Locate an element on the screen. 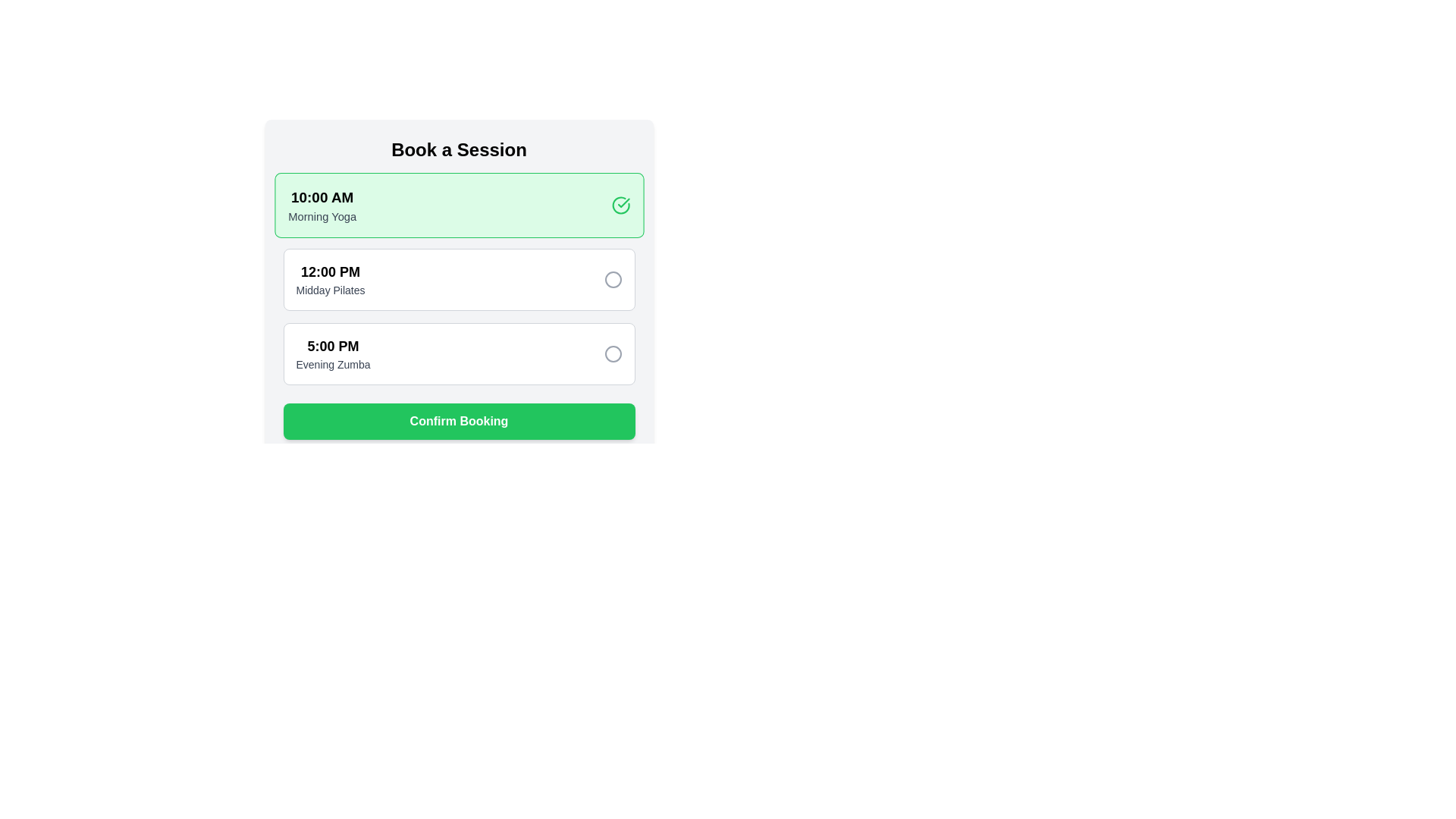 The height and width of the screenshot is (819, 1456). the 'Midday Pilates' session option at '12:00 PM' in the selectable list is located at coordinates (458, 289).